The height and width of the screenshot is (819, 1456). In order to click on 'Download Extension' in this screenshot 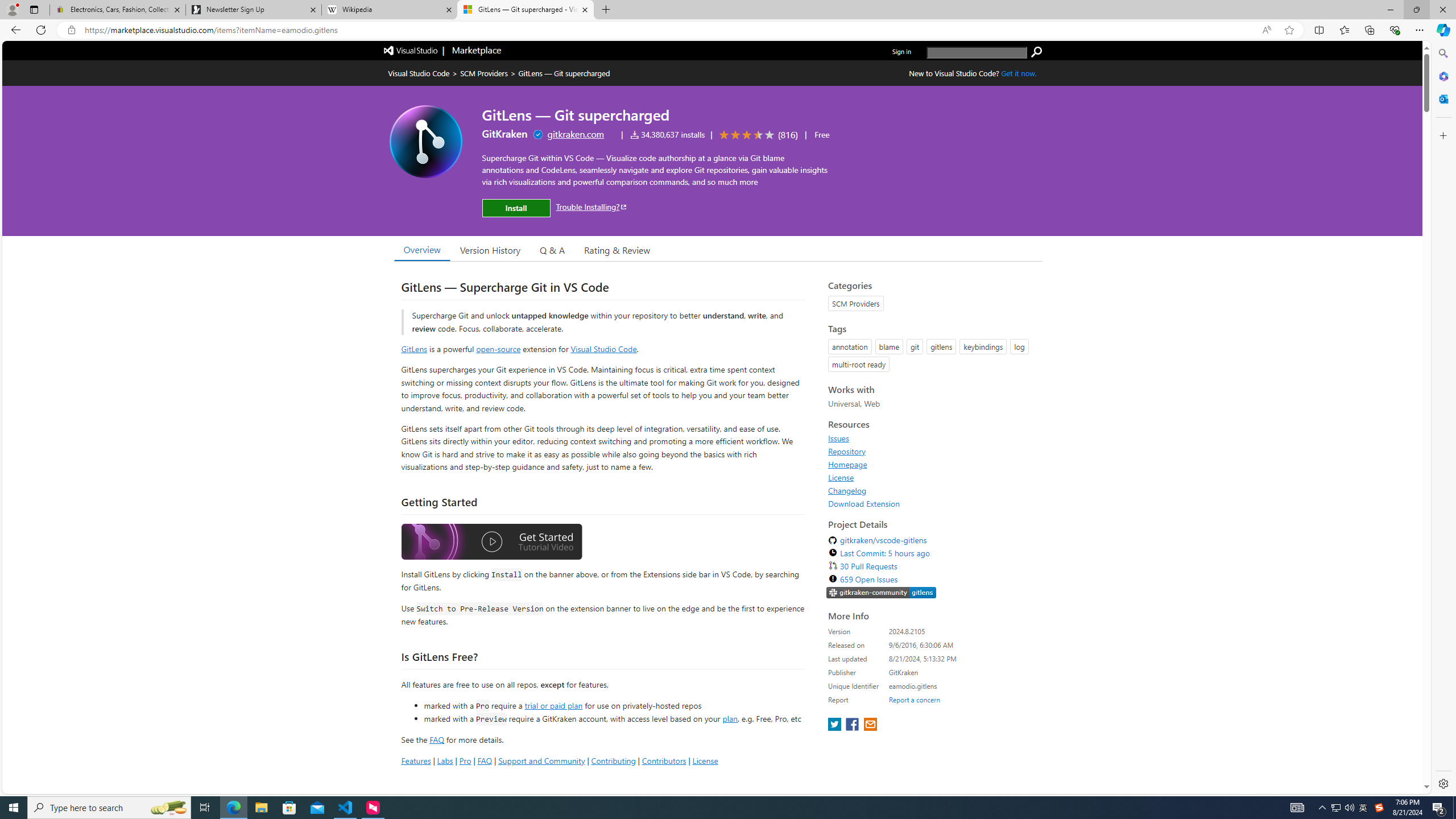, I will do `click(864, 503)`.